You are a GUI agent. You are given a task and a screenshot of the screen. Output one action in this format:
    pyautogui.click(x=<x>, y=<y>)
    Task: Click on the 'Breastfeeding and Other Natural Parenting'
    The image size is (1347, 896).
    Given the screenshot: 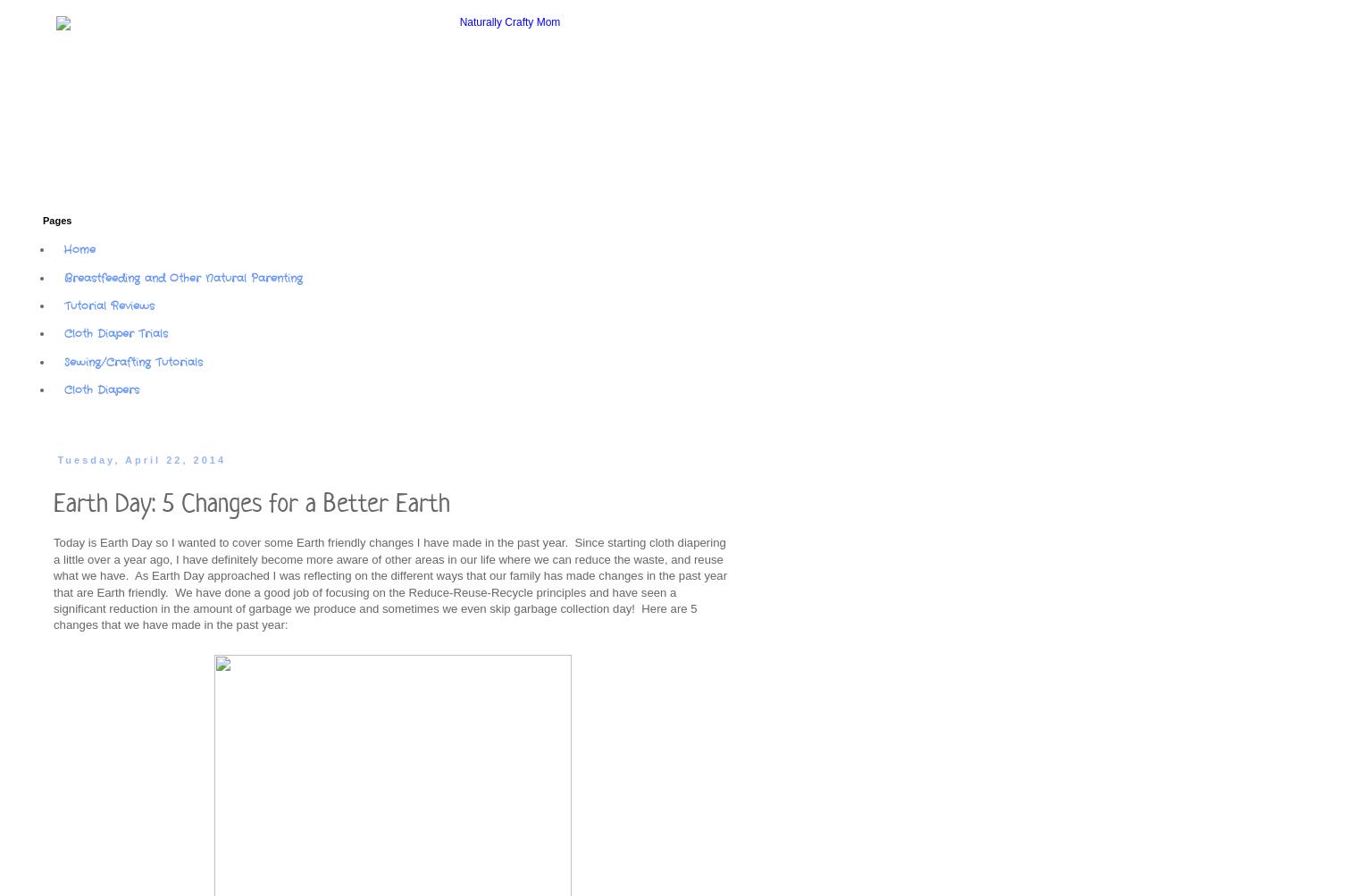 What is the action you would take?
    pyautogui.click(x=182, y=276)
    